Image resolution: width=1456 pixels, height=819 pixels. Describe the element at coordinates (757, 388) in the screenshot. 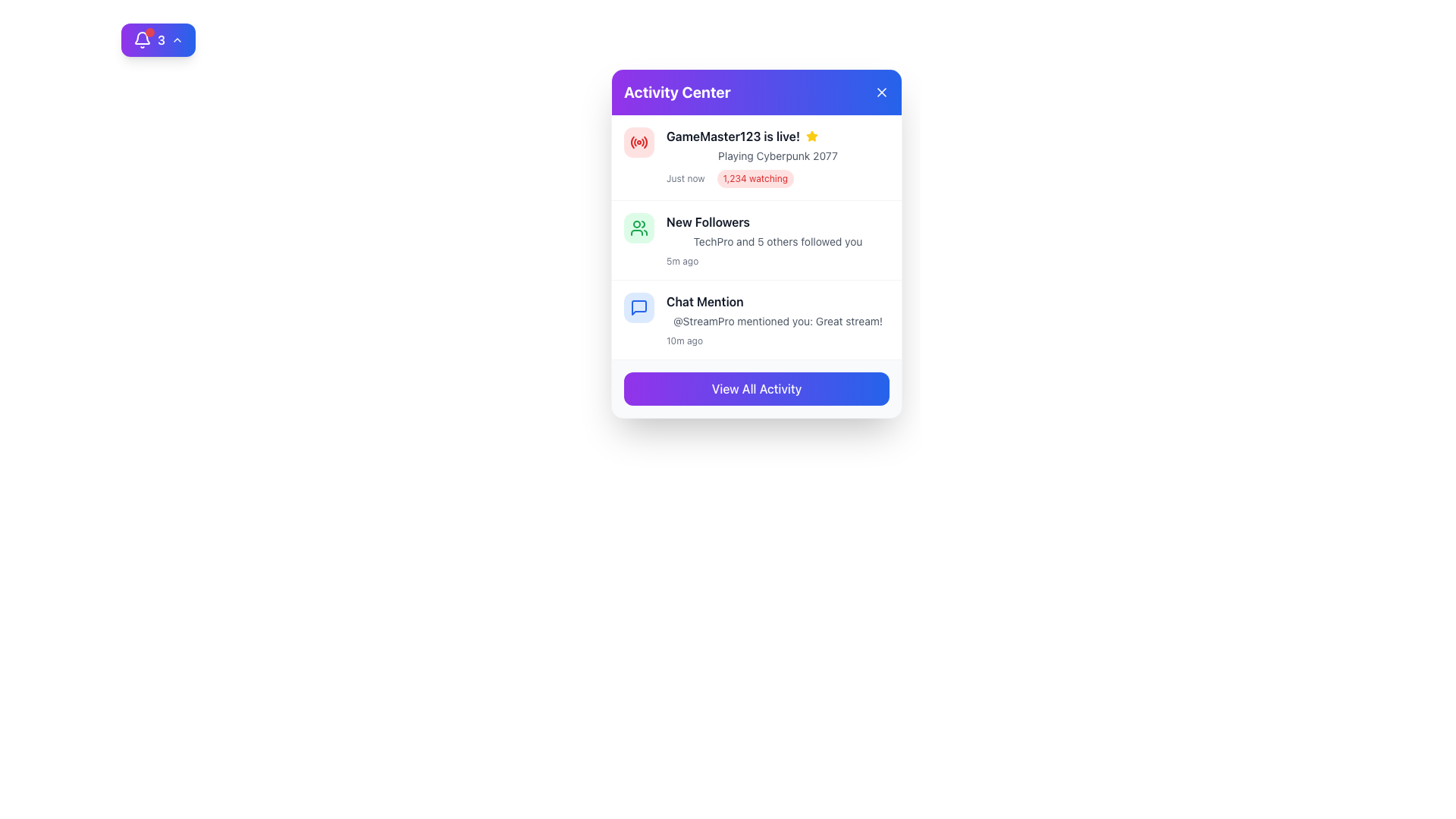

I see `the navigation button located at the bottom of the 'Activity Center' panel` at that location.